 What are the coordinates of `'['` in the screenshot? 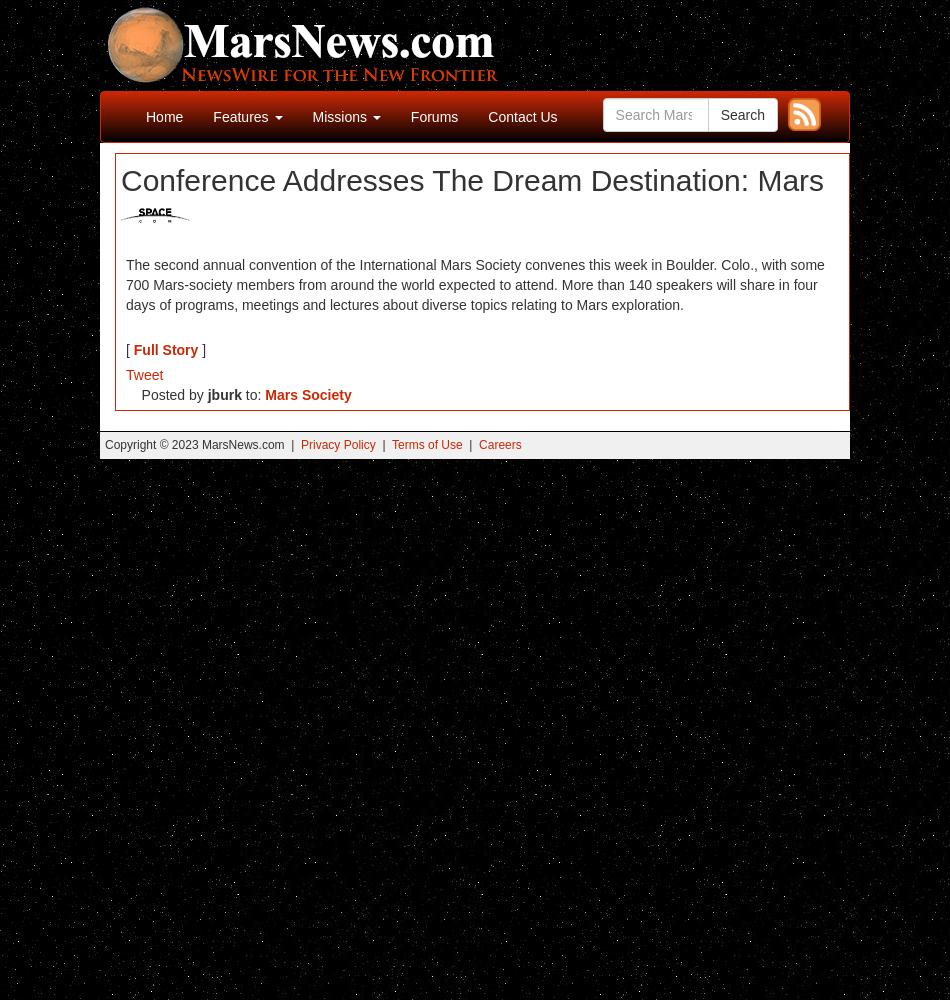 It's located at (129, 349).